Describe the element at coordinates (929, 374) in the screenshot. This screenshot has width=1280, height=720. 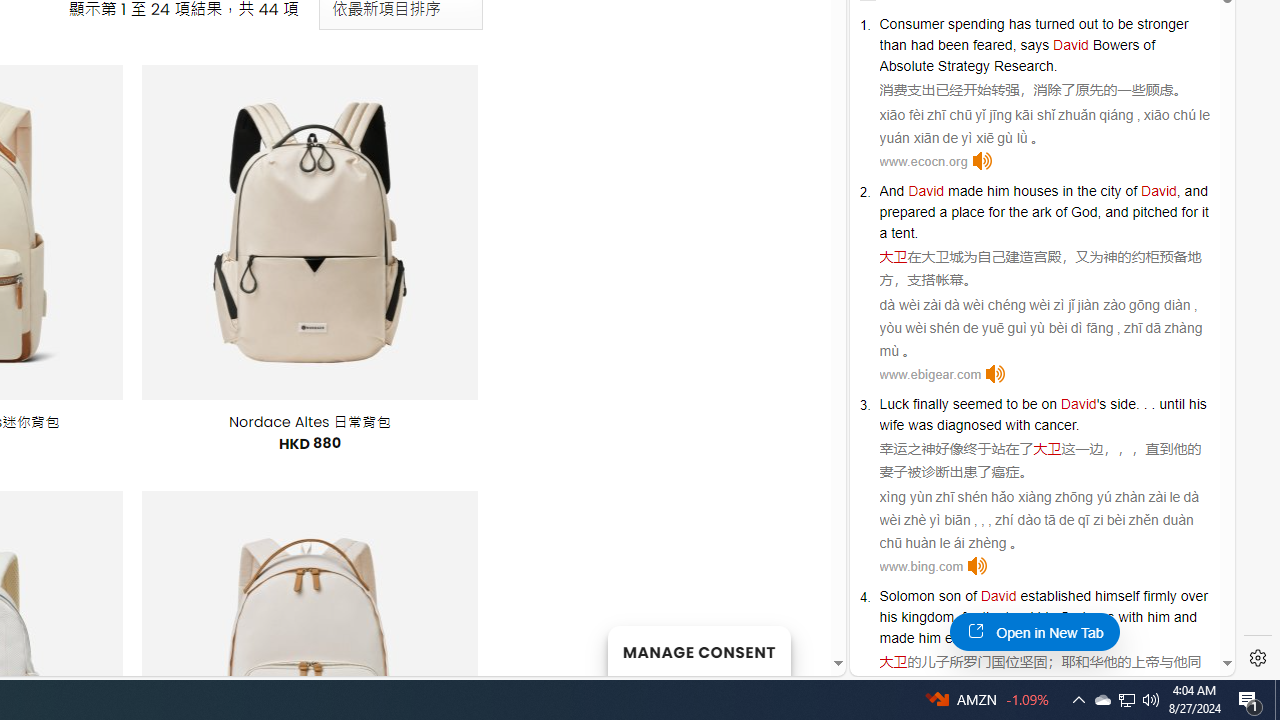
I see `'www.ebigear.com'` at that location.